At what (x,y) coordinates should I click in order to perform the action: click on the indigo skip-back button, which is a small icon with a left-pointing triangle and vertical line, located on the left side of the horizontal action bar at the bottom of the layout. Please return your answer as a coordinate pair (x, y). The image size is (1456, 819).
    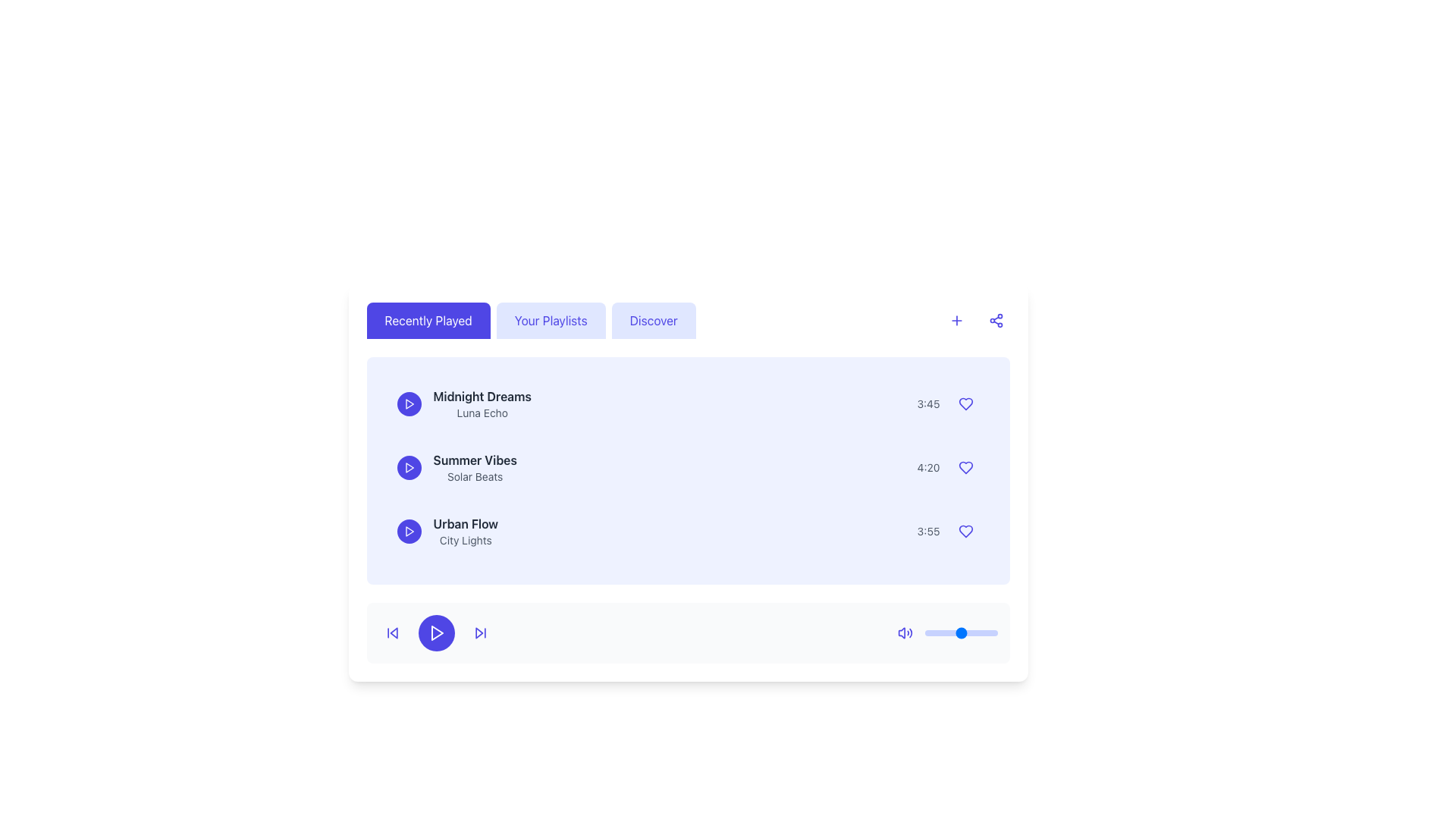
    Looking at the image, I should click on (392, 632).